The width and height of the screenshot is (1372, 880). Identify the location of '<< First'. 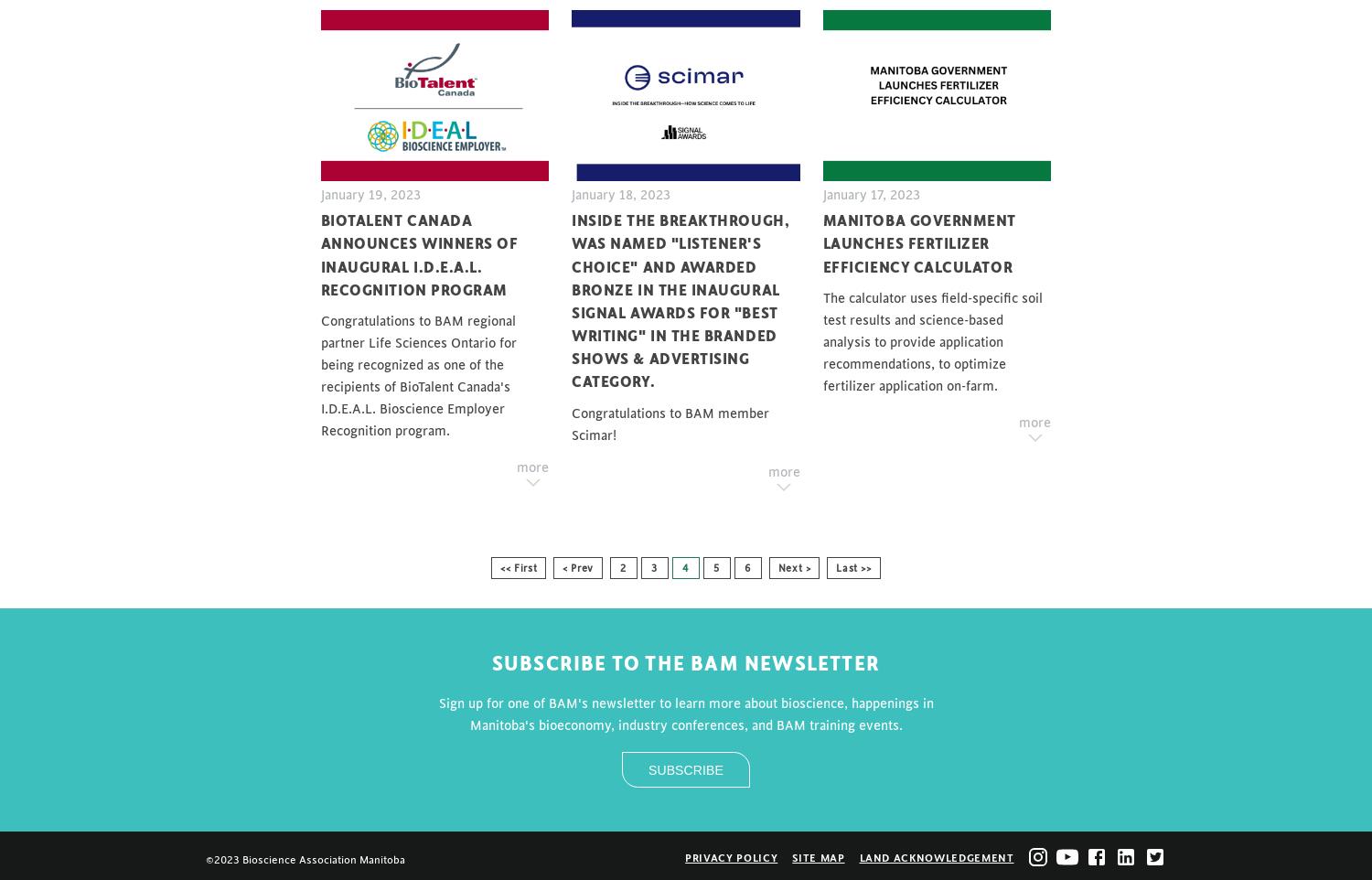
(518, 566).